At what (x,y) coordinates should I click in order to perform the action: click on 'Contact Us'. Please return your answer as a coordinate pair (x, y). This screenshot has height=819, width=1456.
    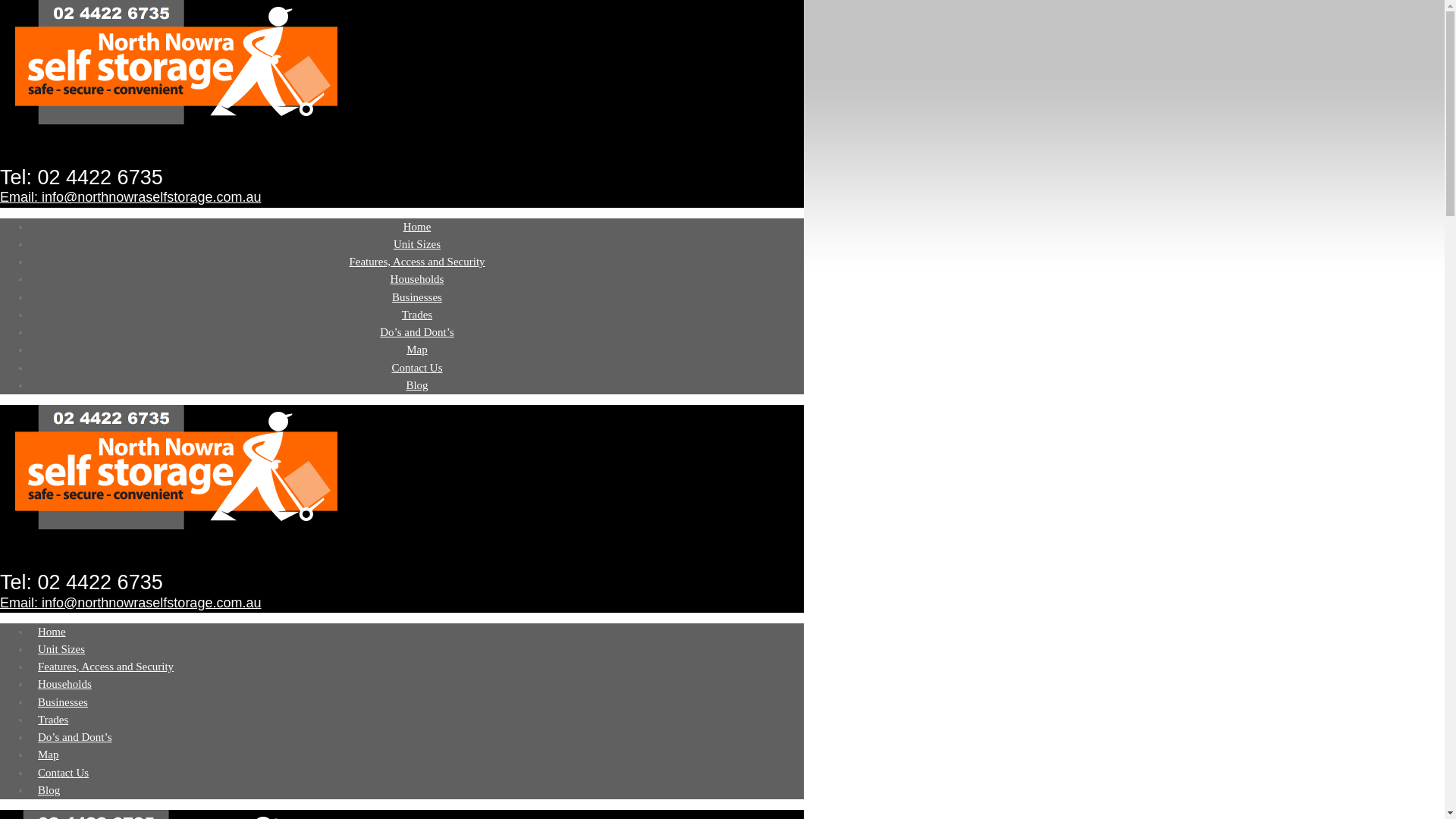
    Looking at the image, I should click on (62, 772).